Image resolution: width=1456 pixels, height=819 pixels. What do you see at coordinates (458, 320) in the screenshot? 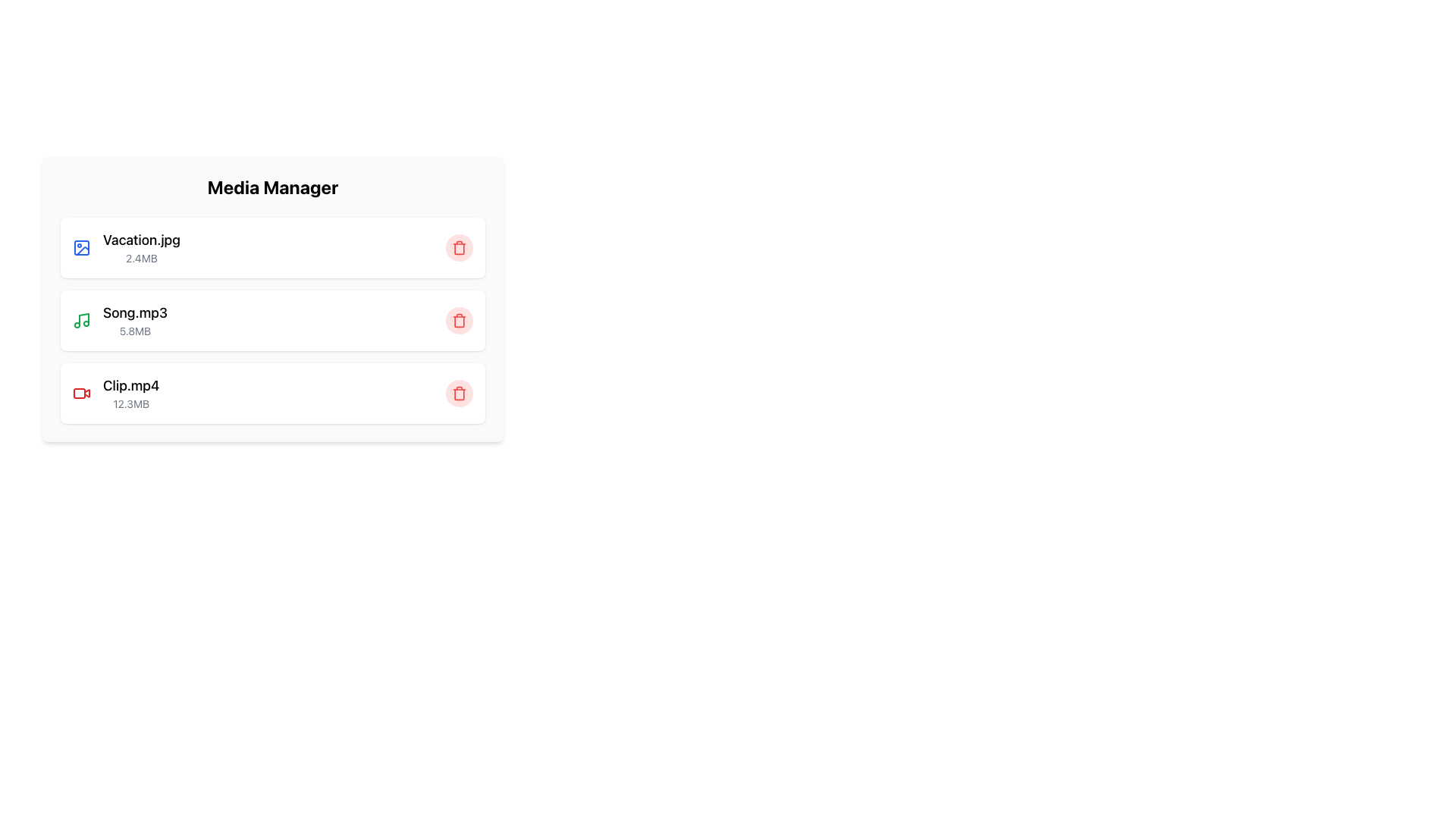
I see `the circular red delete button with a trash bin icon, located at the far right side of the 'Song.mp3' entry row` at bounding box center [458, 320].